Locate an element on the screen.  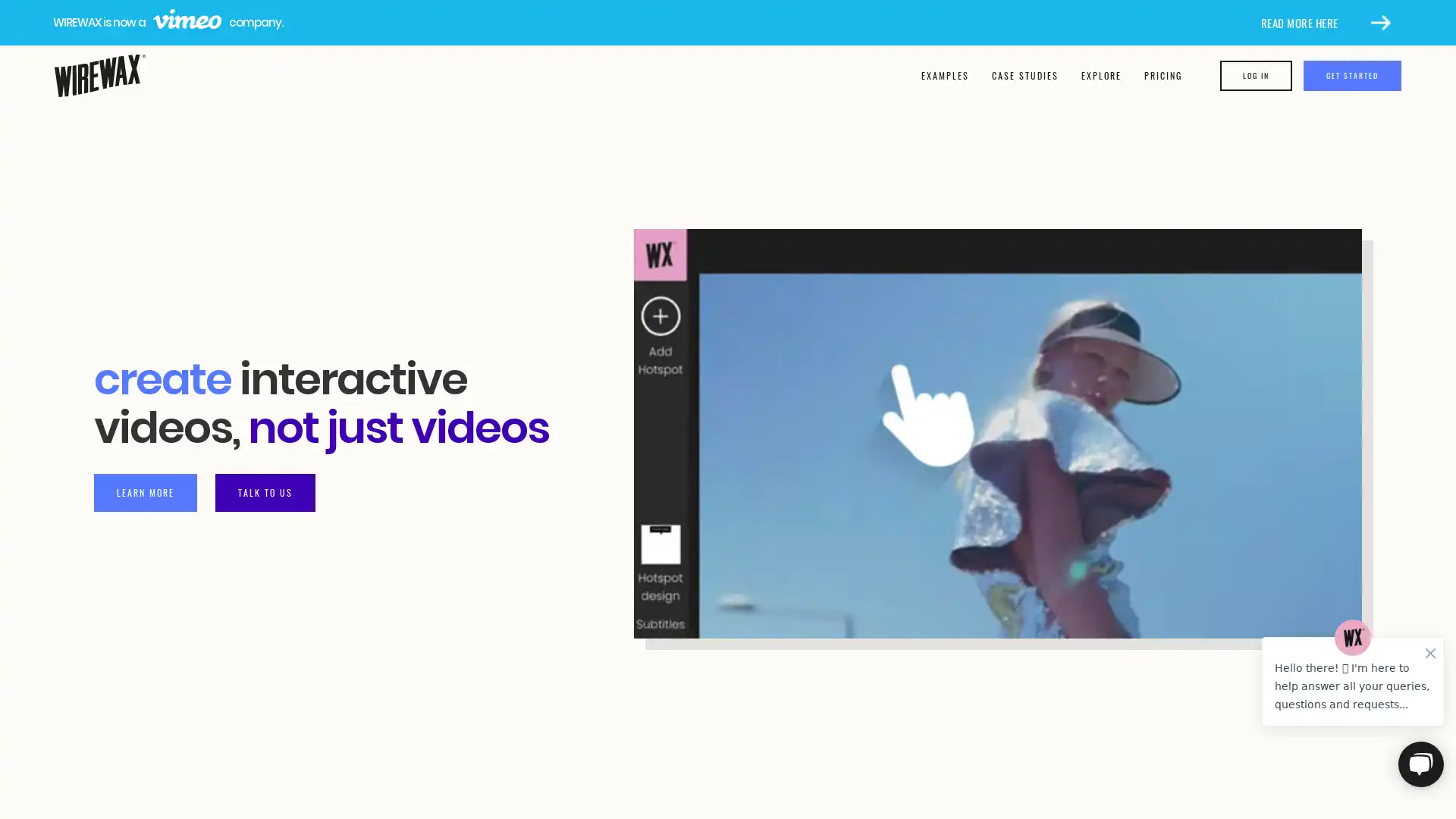
LOG IN is located at coordinates (1257, 76).